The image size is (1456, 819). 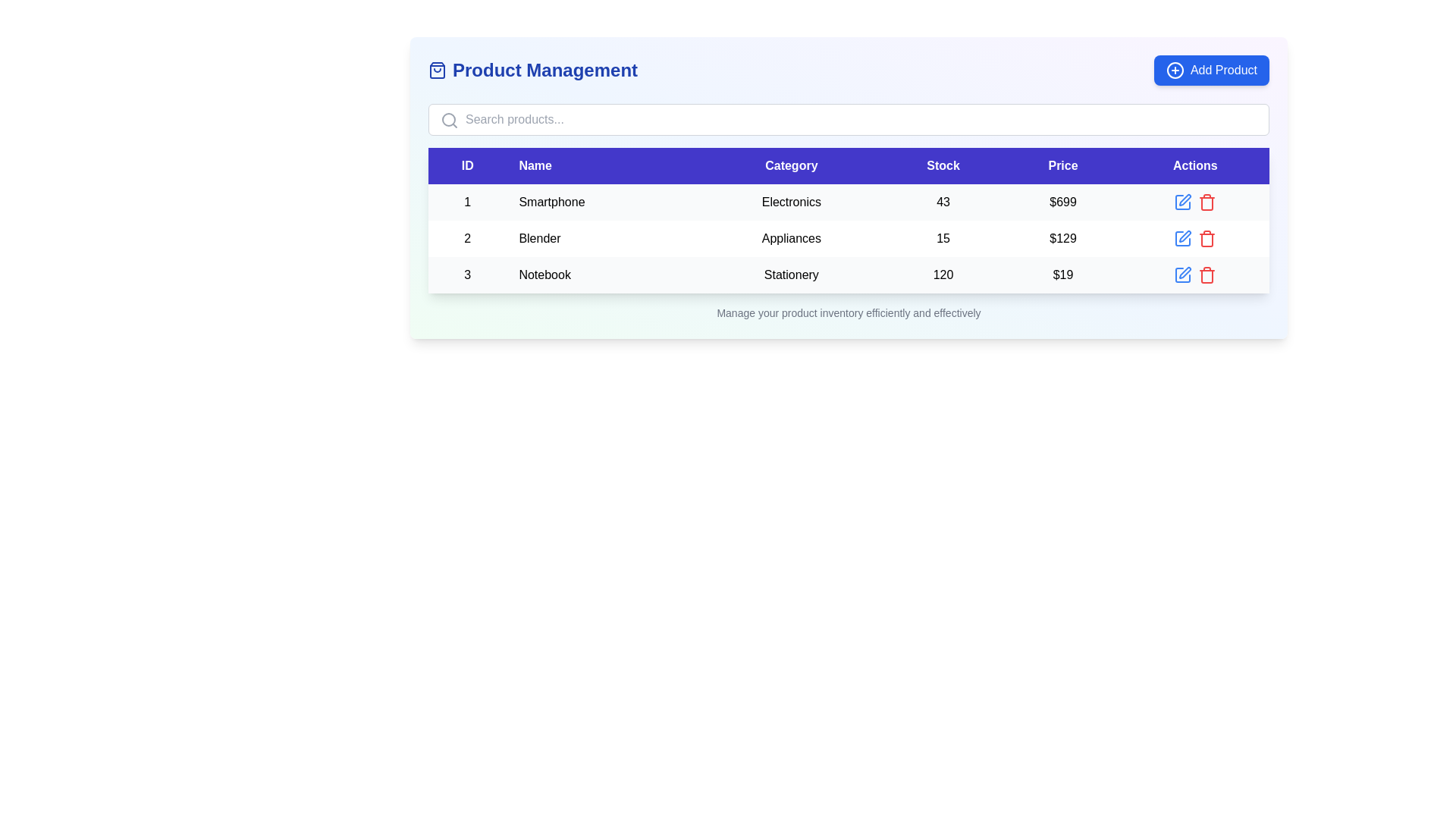 I want to click on the static text element displaying the numeric '2' in bold, located in the first column of the second row of a visible table, so click(x=466, y=239).